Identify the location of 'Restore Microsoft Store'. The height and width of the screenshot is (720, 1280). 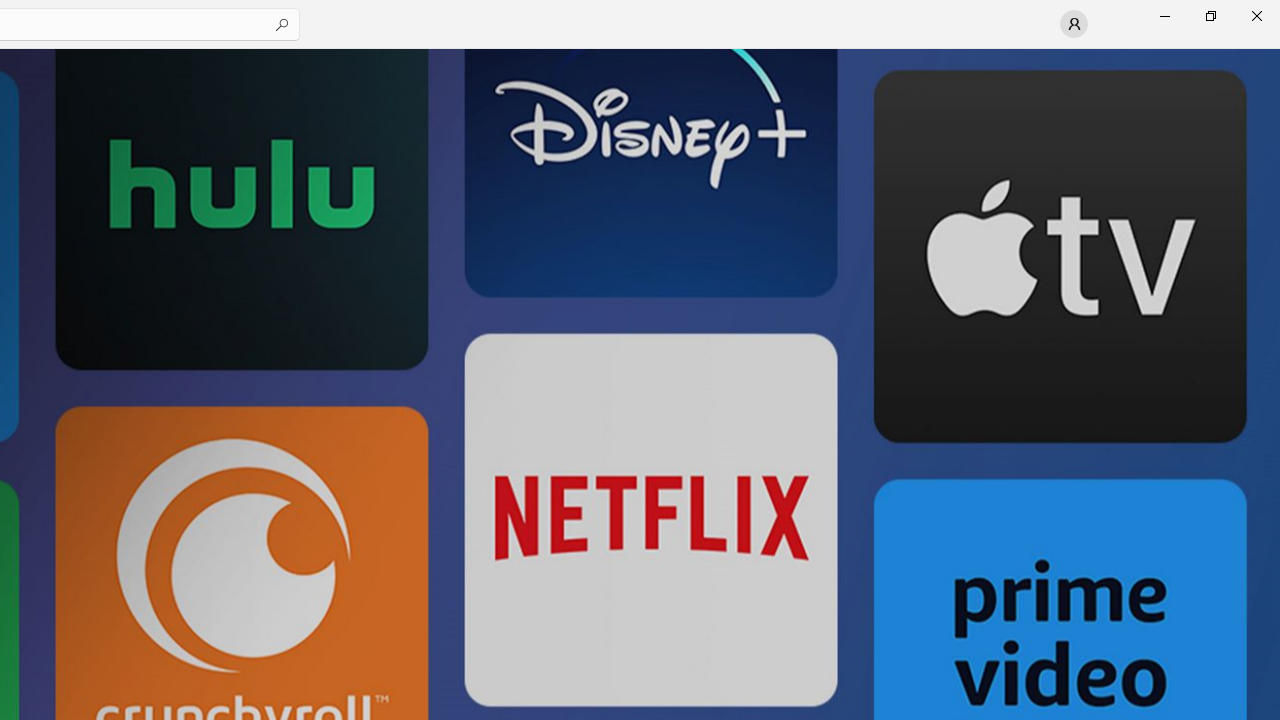
(1209, 15).